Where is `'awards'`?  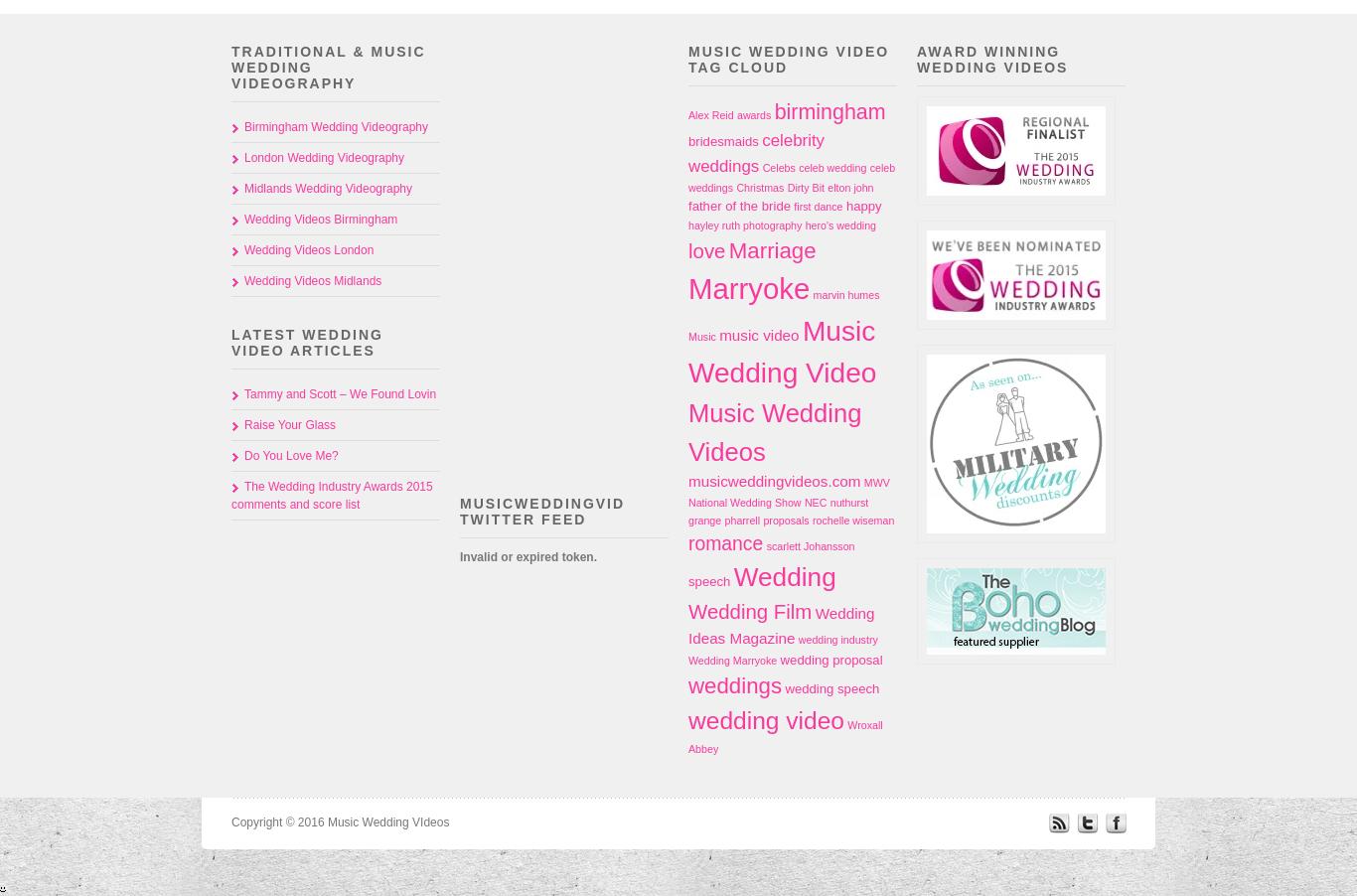 'awards' is located at coordinates (736, 114).